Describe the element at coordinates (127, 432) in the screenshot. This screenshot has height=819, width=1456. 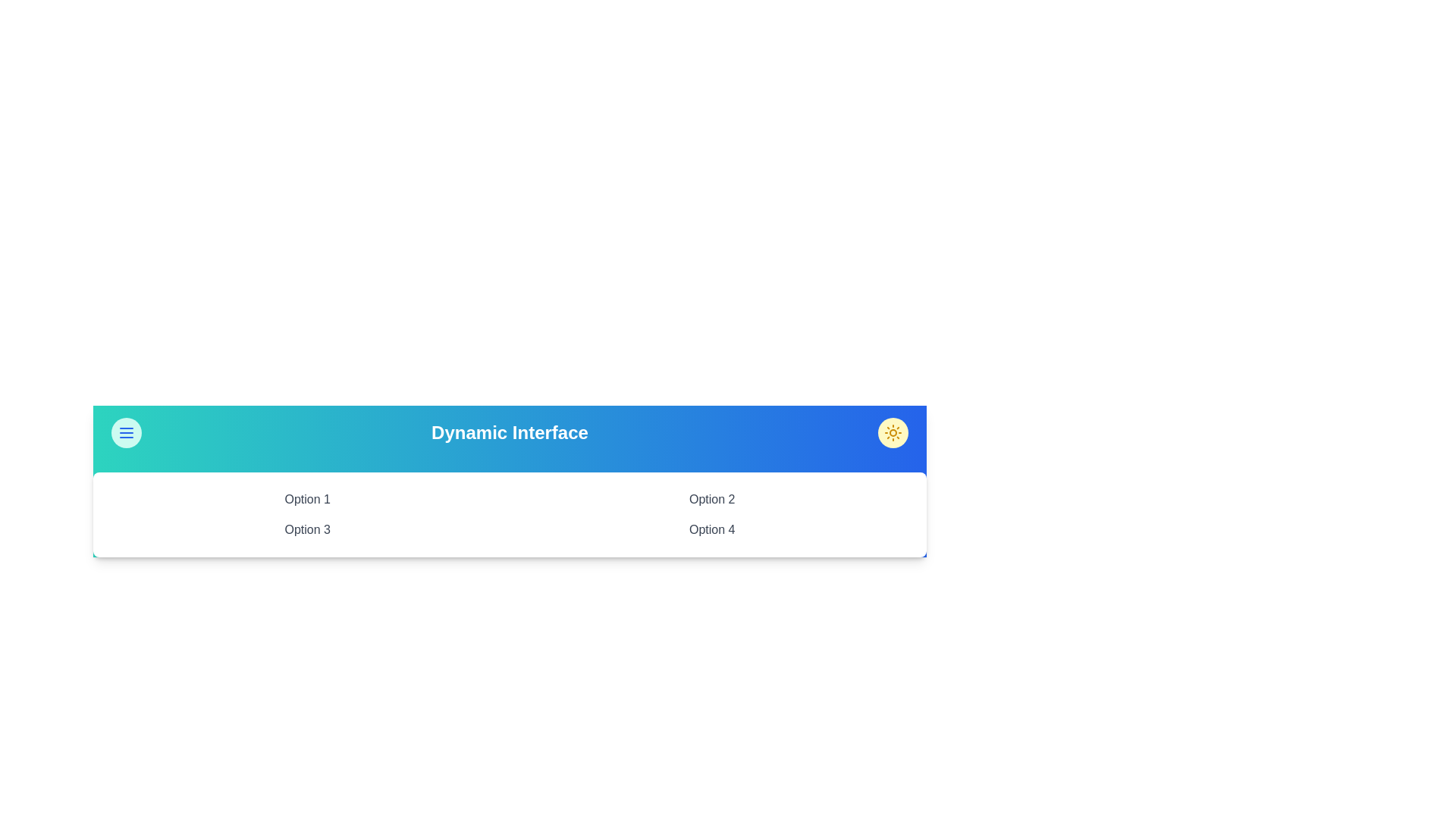
I see `menu button to toggle the menu visibility` at that location.